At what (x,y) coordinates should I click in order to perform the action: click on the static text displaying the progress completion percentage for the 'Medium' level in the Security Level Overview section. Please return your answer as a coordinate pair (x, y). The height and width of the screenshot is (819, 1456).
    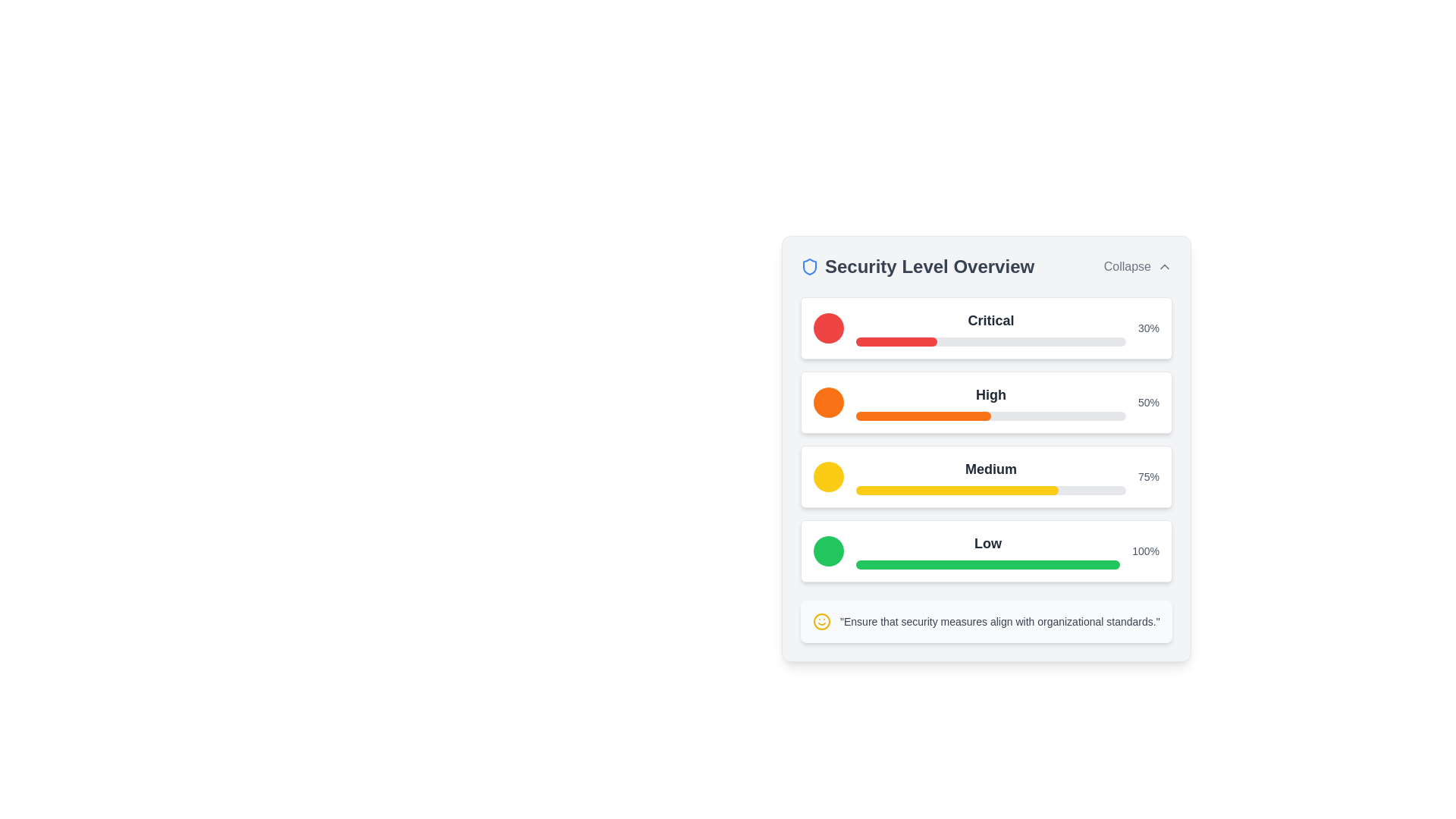
    Looking at the image, I should click on (1149, 475).